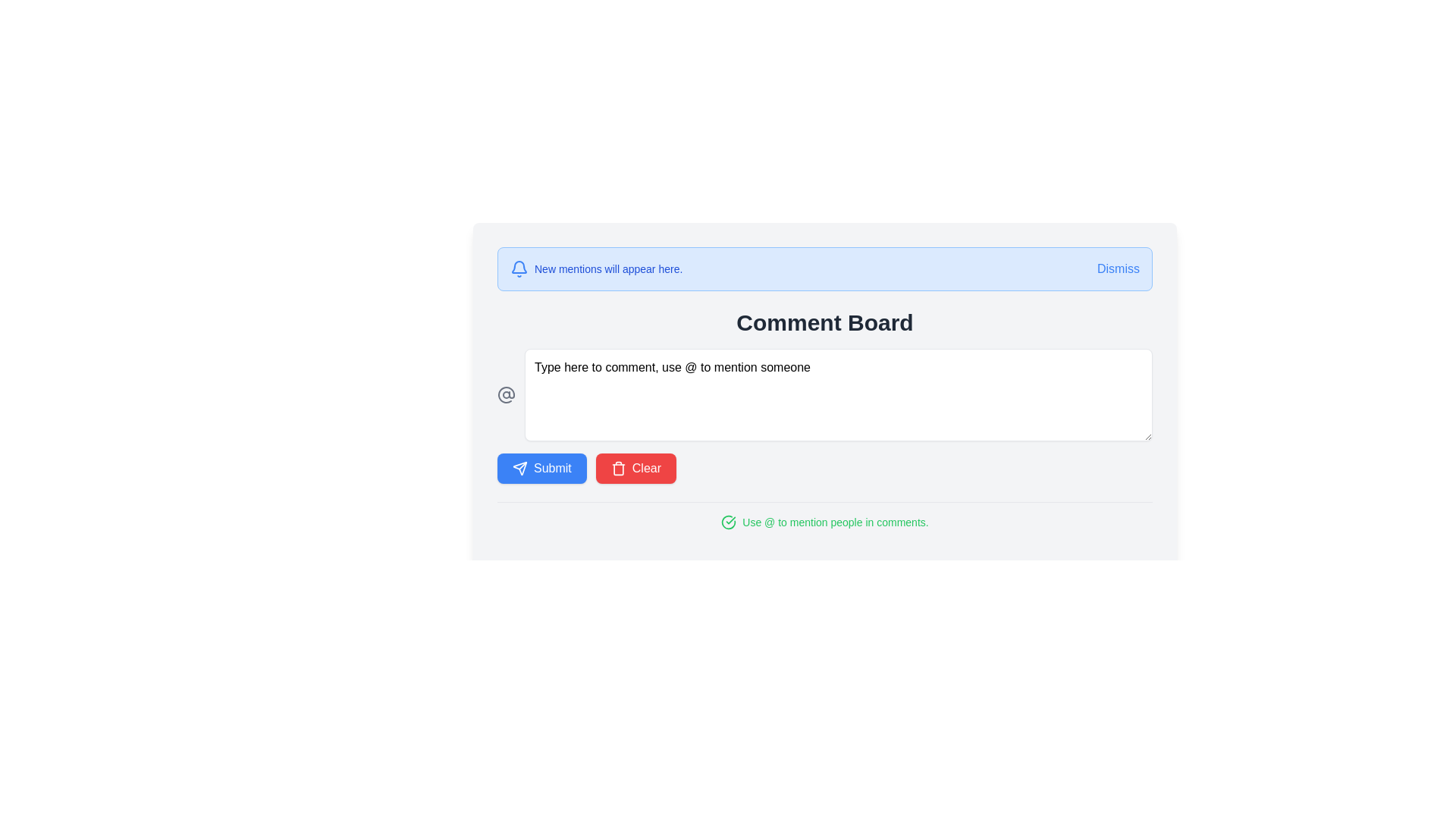  What do you see at coordinates (729, 522) in the screenshot?
I see `the success icon located at the bottom left of the interface, which precedes the notification message 'Use @ to mention people in comments.'` at bounding box center [729, 522].